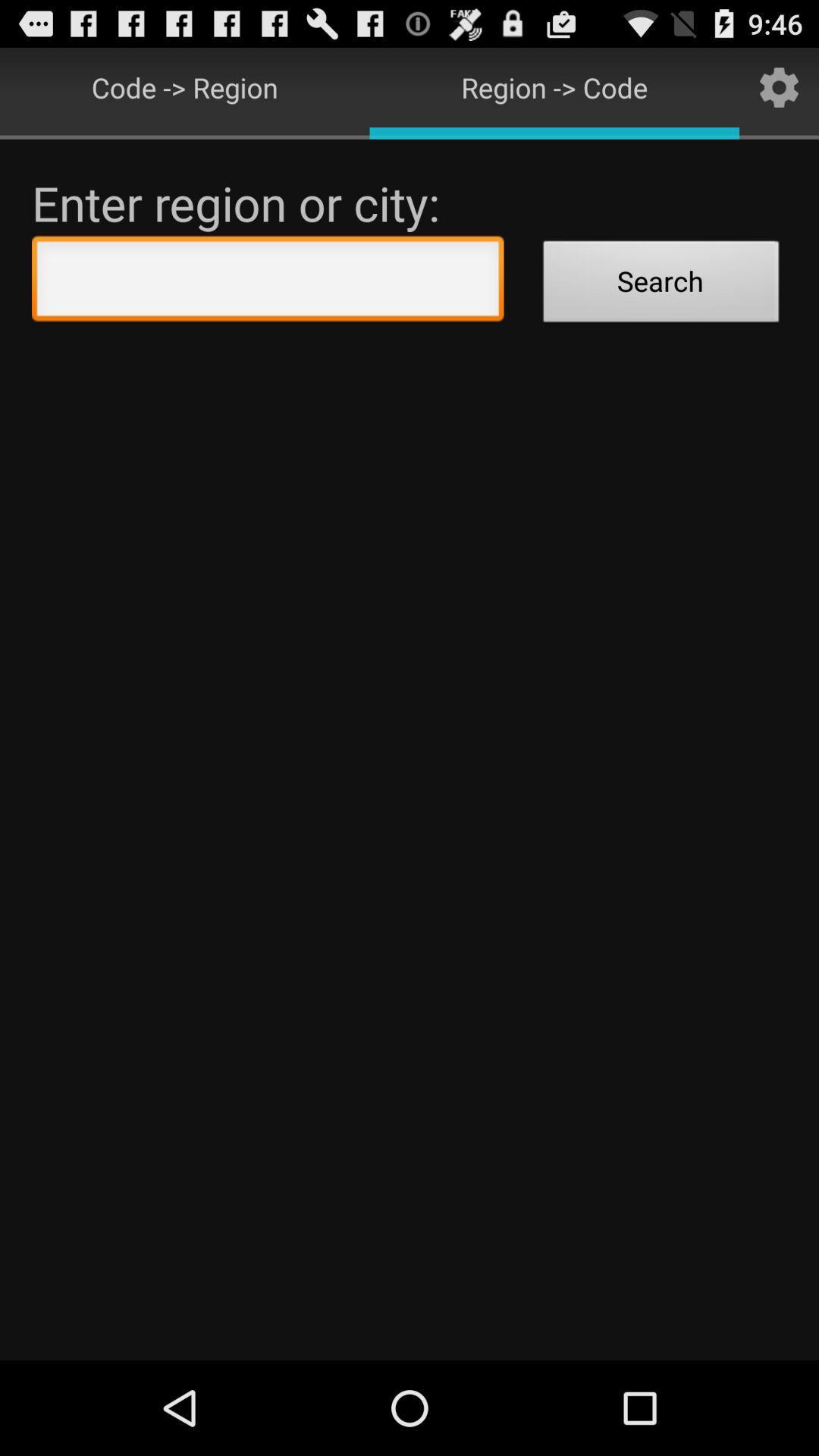 Image resolution: width=819 pixels, height=1456 pixels. What do you see at coordinates (267, 282) in the screenshot?
I see `the icon below enter region or icon` at bounding box center [267, 282].